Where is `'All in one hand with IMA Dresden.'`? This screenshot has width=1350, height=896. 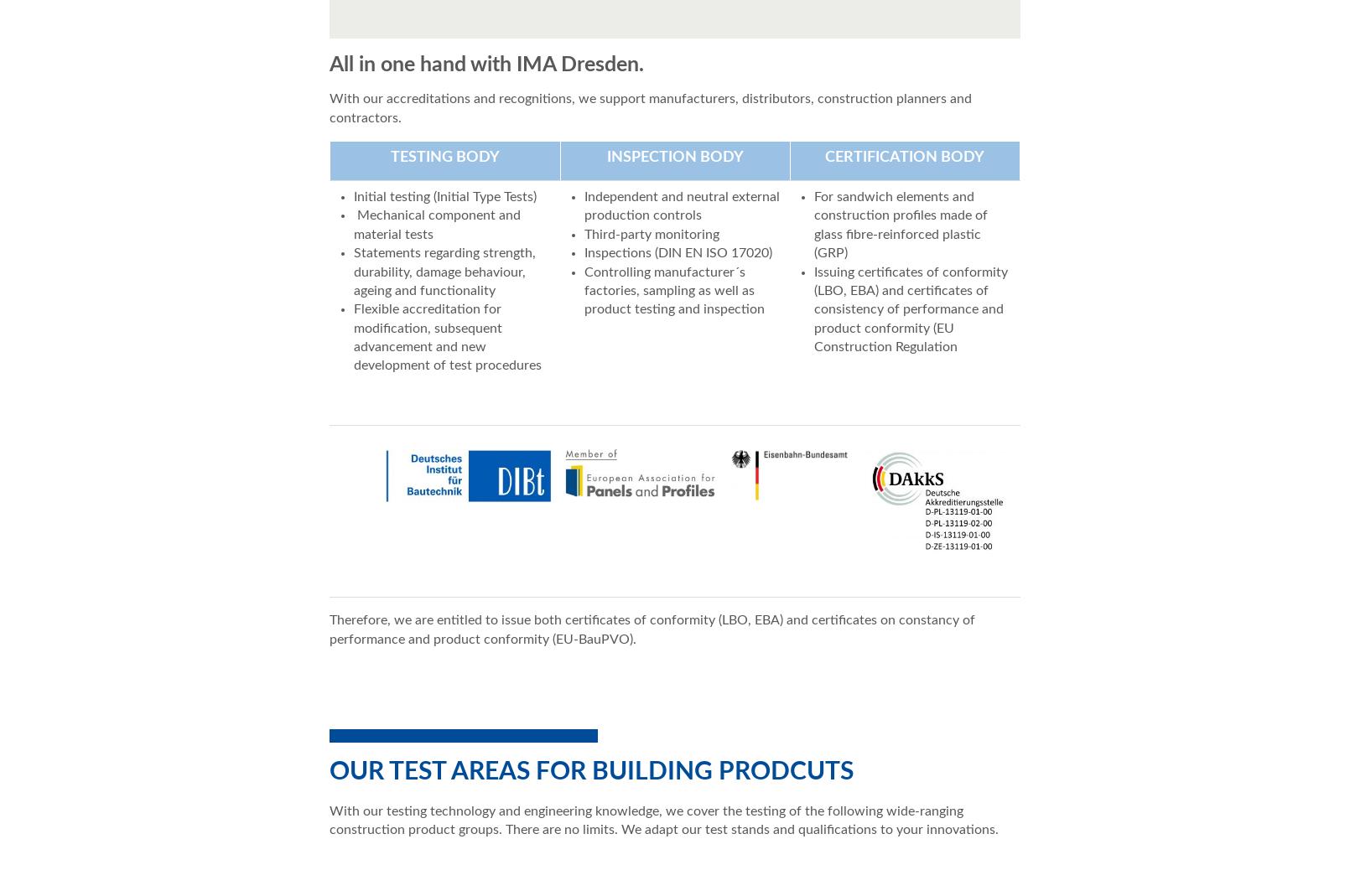
'All in one hand with IMA Dresden.' is located at coordinates (486, 64).